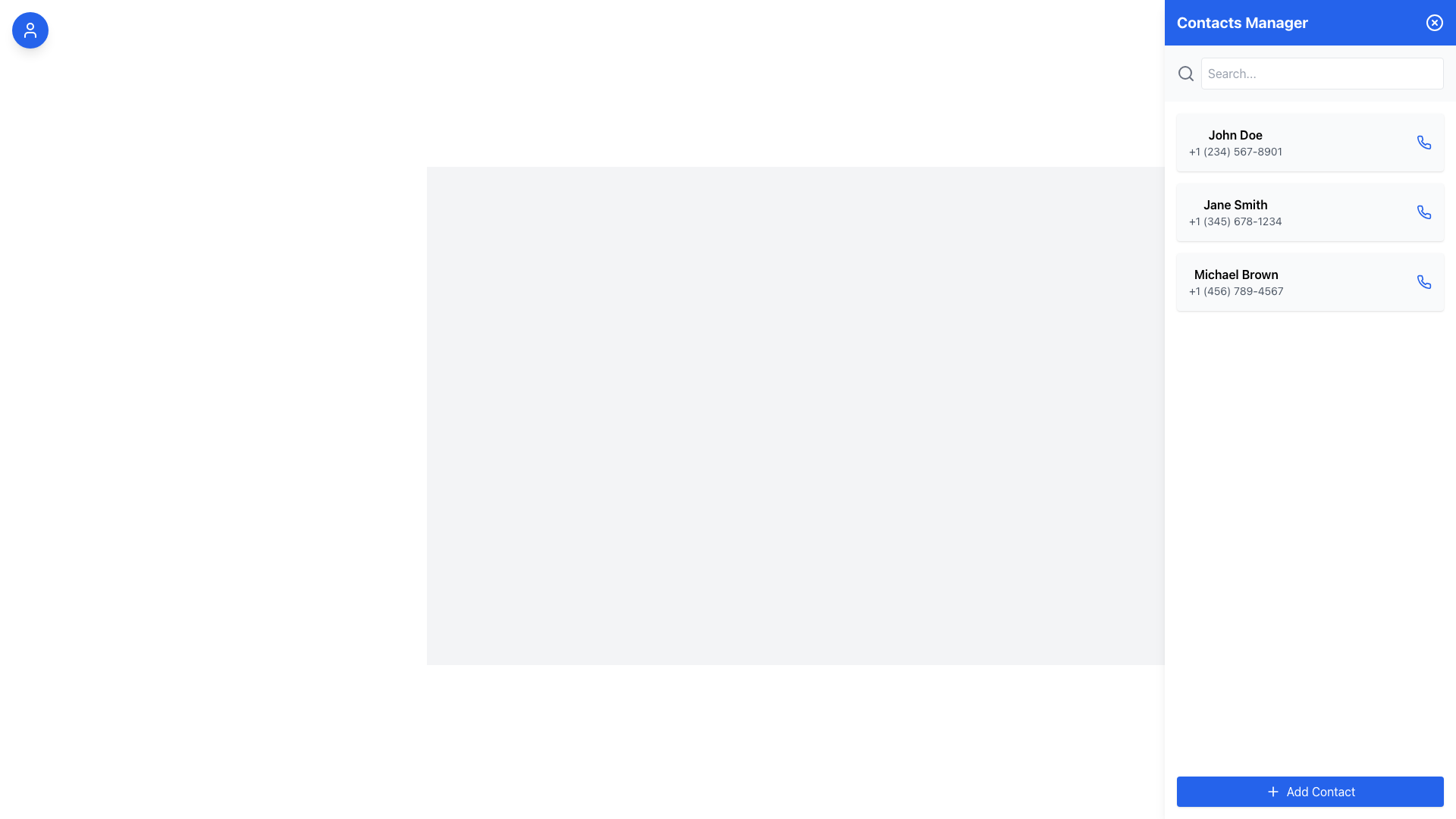  Describe the element at coordinates (1235, 205) in the screenshot. I see `the bold label displaying the contact name in the second contact card from the top` at that location.